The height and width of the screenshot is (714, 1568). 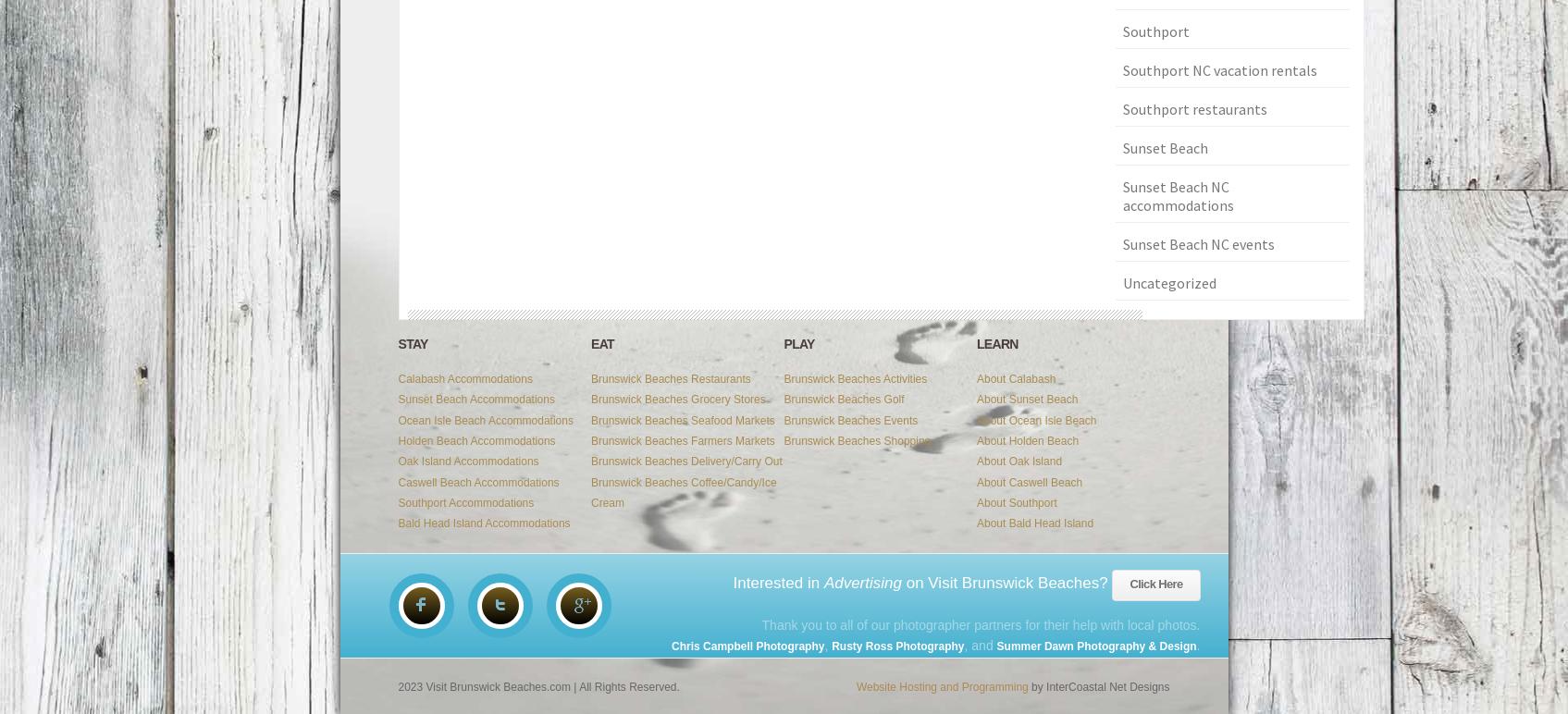 I want to click on 'Brunswick Beaches Coffee/Candy/Ice Cream', so click(x=683, y=492).